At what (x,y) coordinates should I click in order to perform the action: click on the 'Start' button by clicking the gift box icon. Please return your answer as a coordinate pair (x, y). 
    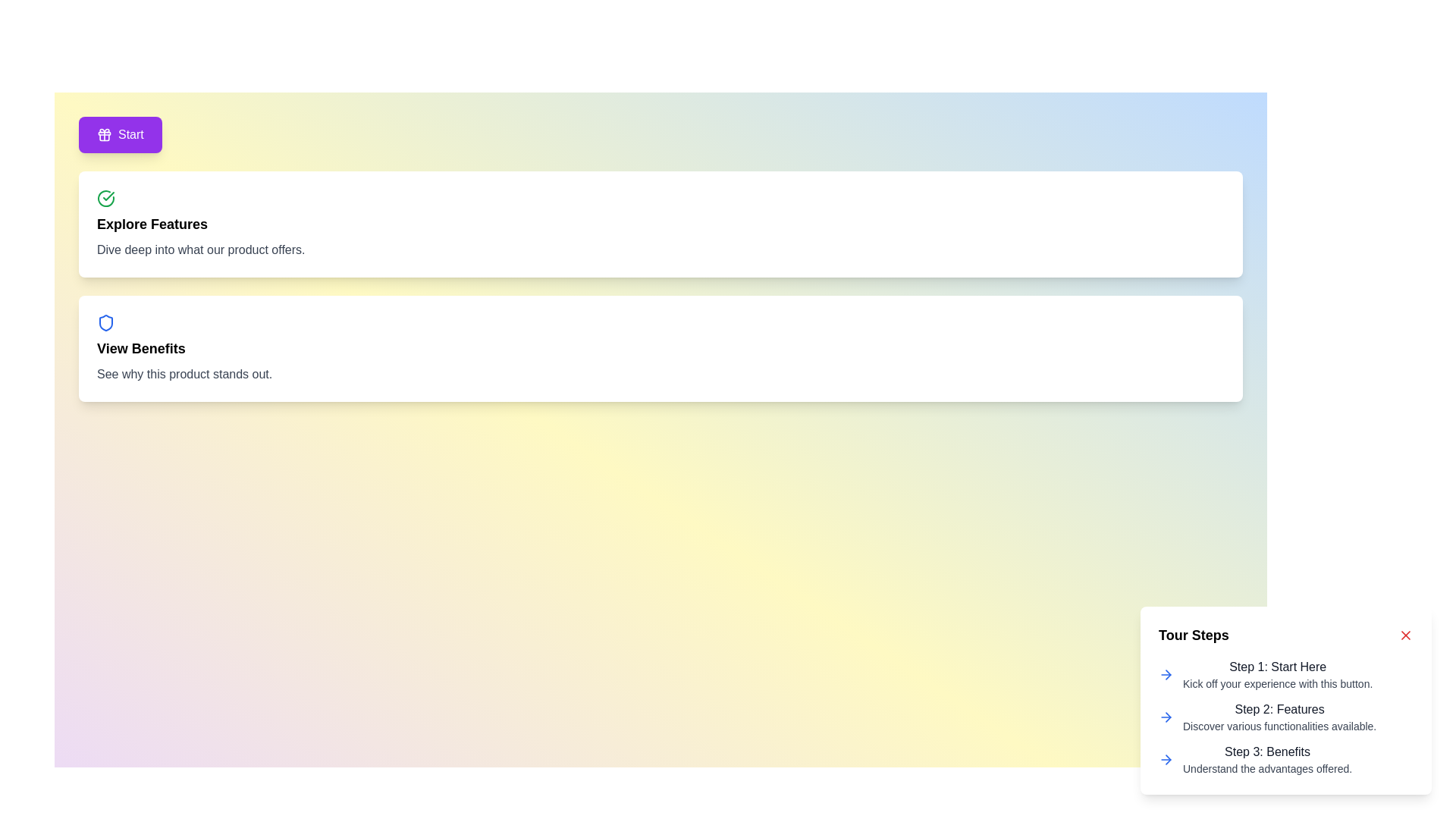
    Looking at the image, I should click on (104, 133).